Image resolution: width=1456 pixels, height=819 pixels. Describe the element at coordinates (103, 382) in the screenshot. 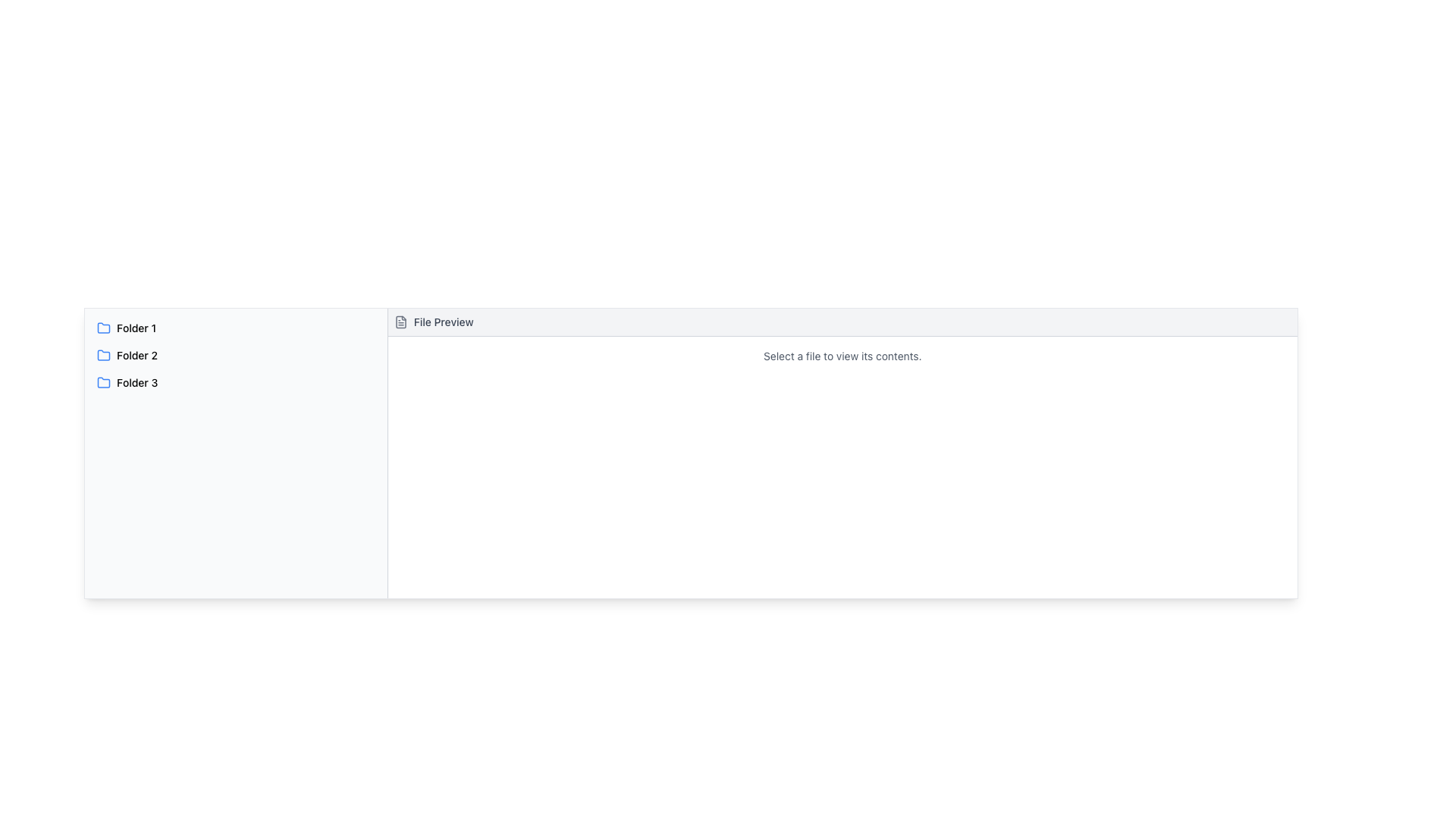

I see `the blue folder icon that represents 'Folder 3', which is located on the left-hand side of the interface in a vertically stacked list, preceding the text 'Folder 3'` at that location.